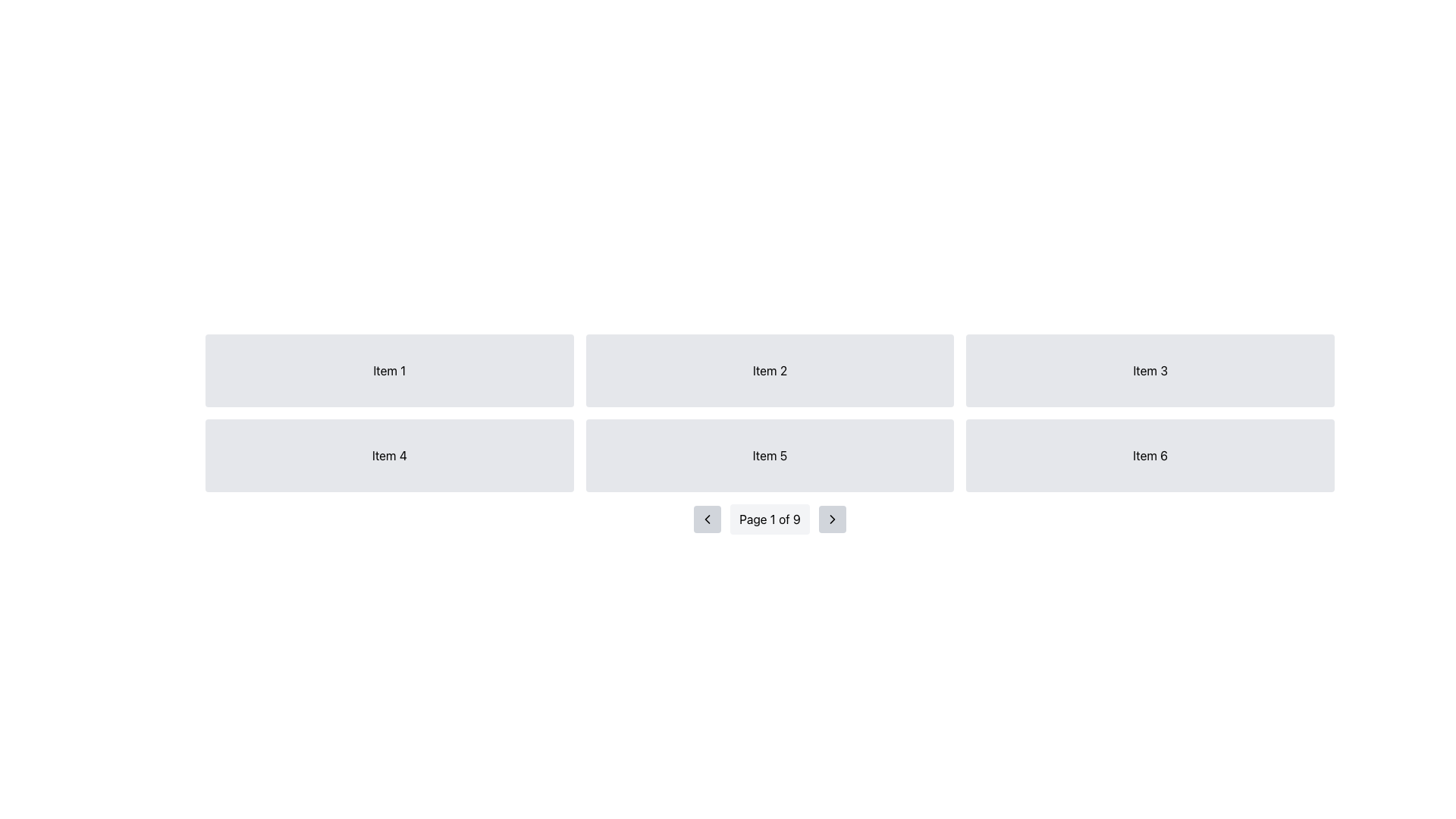 The width and height of the screenshot is (1456, 819). I want to click on the static text display that shows 'Page 1 of 9', which is centrally located in the bottom navigation section of the pagination control, so click(770, 519).